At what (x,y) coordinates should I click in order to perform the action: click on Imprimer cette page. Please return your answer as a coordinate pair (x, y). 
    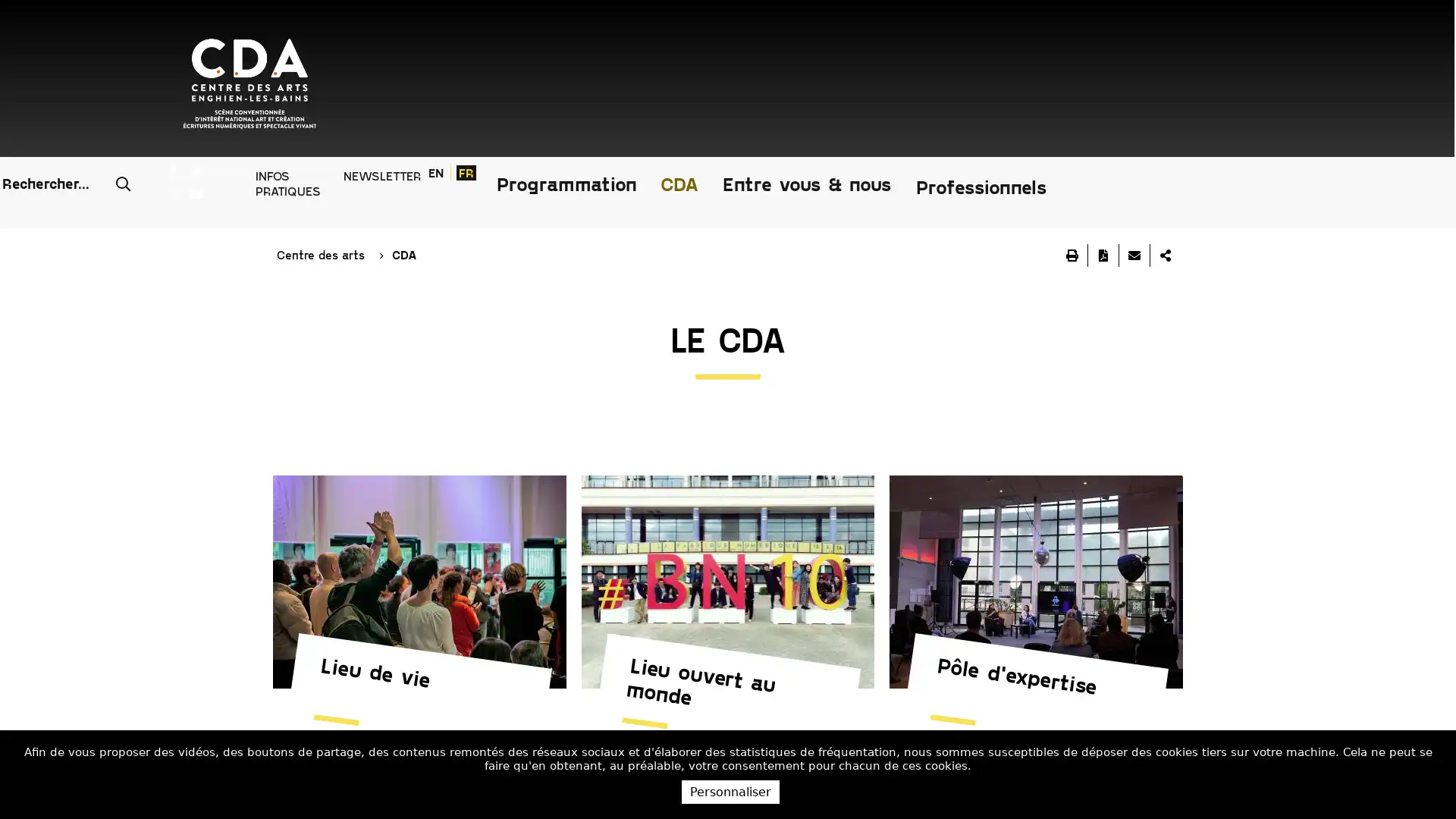
    Looking at the image, I should click on (1072, 149).